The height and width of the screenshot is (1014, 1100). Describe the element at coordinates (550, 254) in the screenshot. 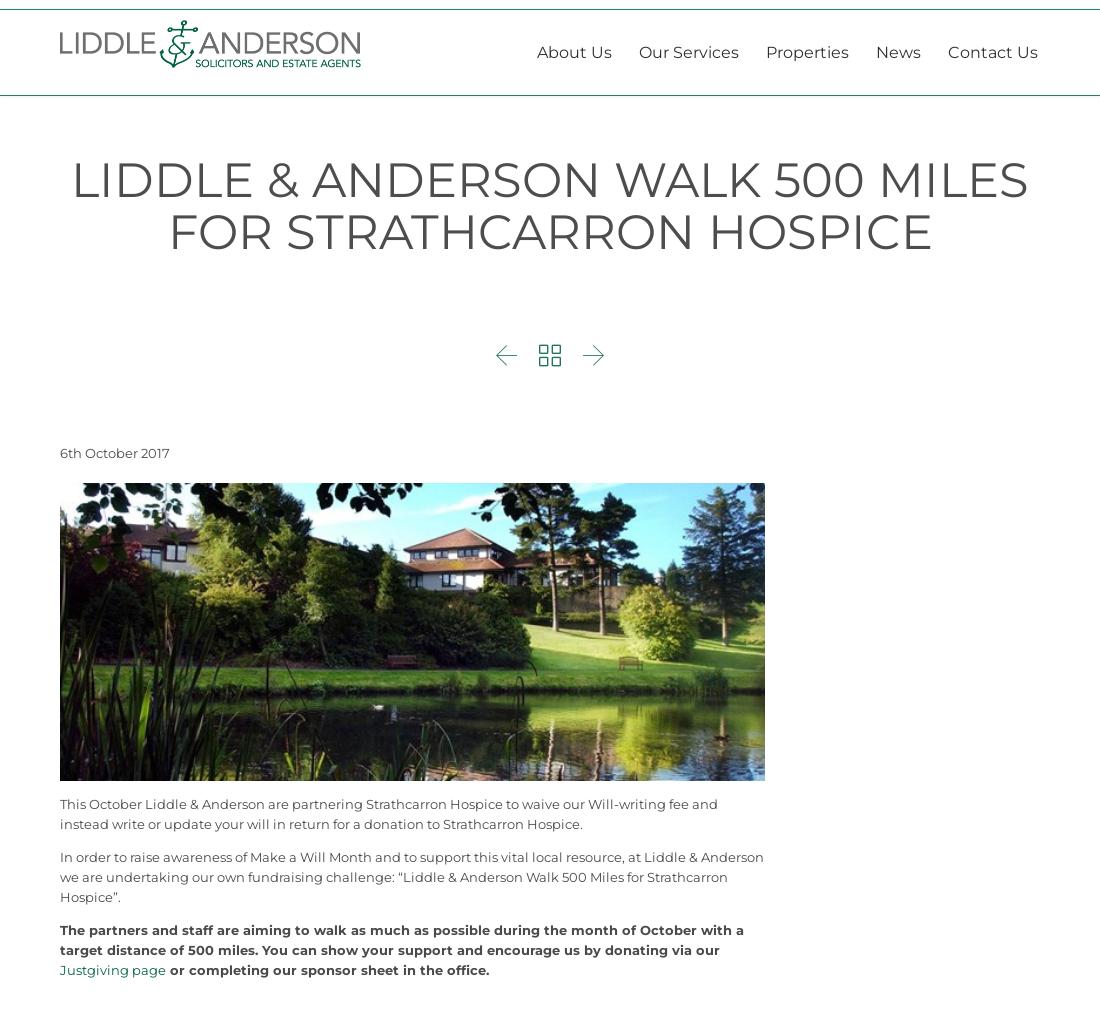

I see `'LIDDLE & ANDERSON WALK 500 MILES FOR STRATHCARRON HOSPICE'` at that location.